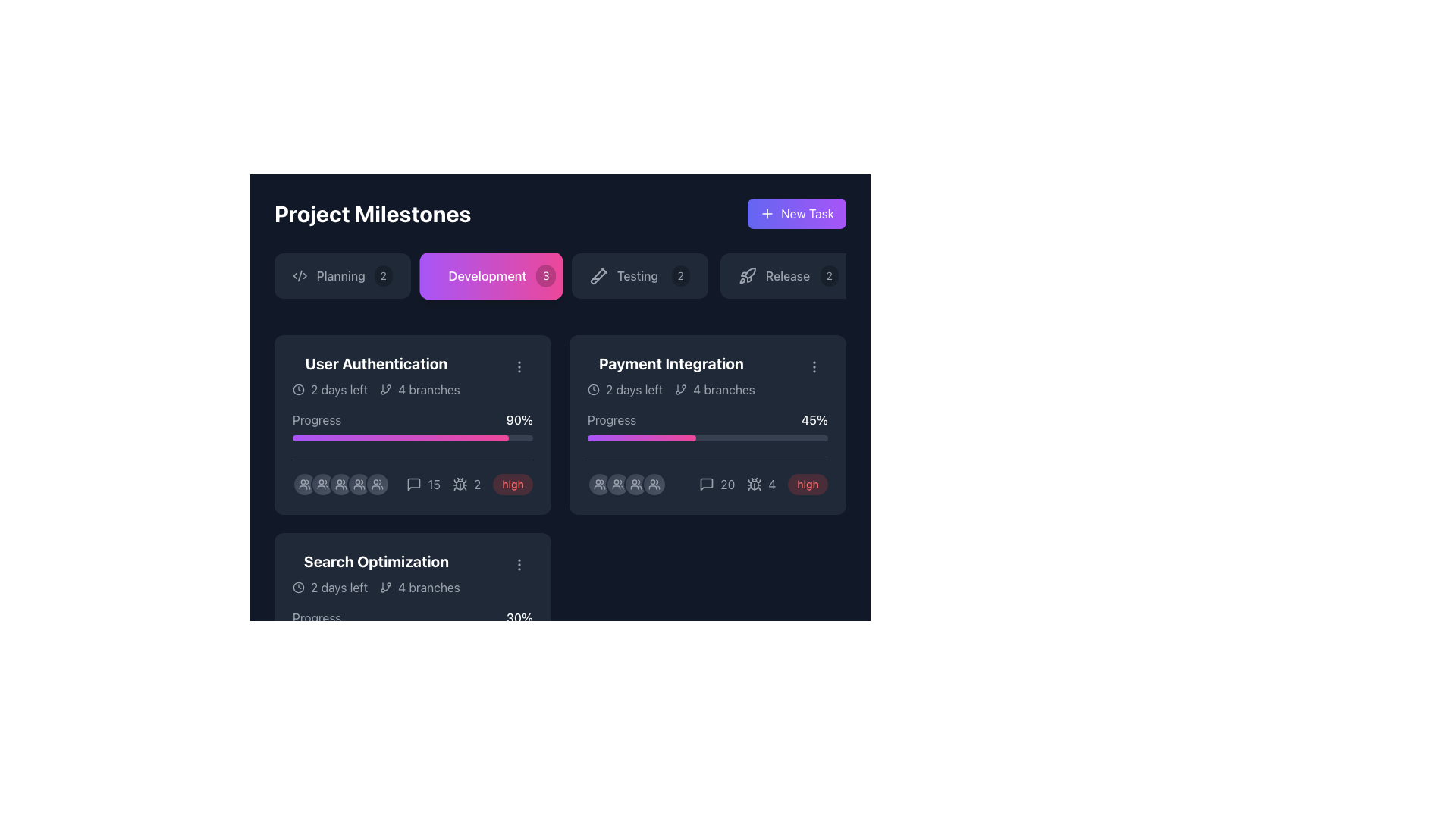  What do you see at coordinates (376, 388) in the screenshot?
I see `the Informational metadata block located under the 'User Authentication' header, which contains details about the time left to complete the task and the number of branches associated with it` at bounding box center [376, 388].